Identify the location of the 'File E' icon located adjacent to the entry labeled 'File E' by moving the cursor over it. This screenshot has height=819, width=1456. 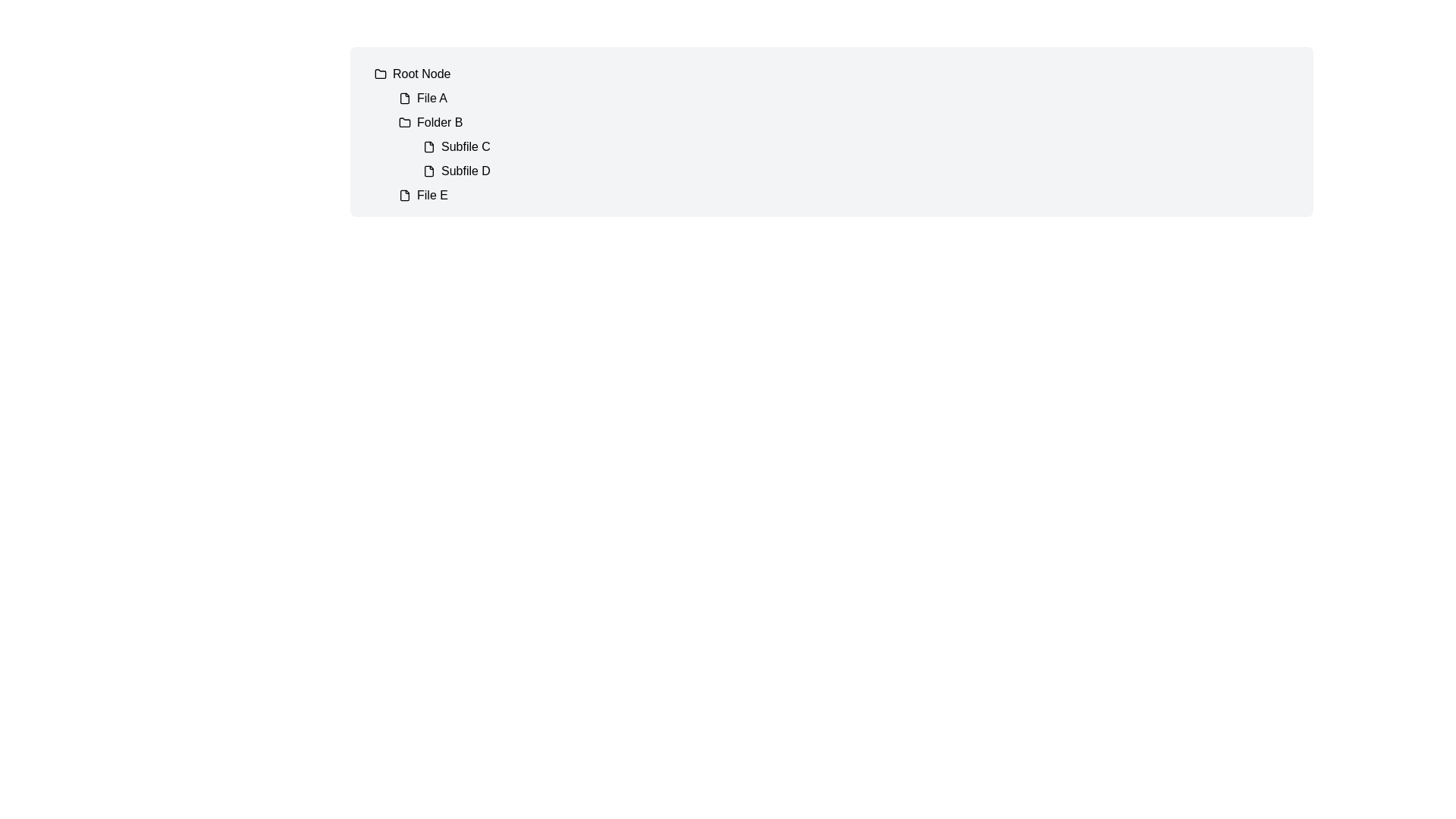
(404, 194).